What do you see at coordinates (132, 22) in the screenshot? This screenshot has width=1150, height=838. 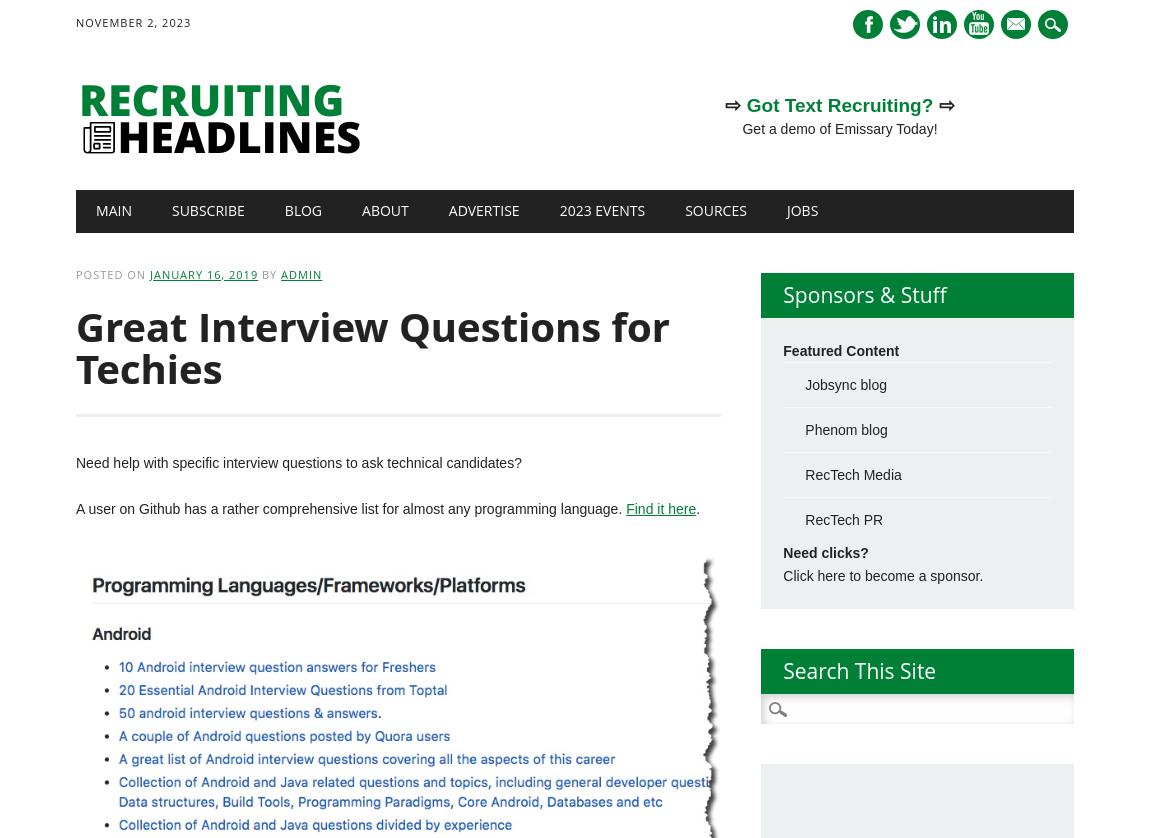 I see `'November 2, 2023'` at bounding box center [132, 22].